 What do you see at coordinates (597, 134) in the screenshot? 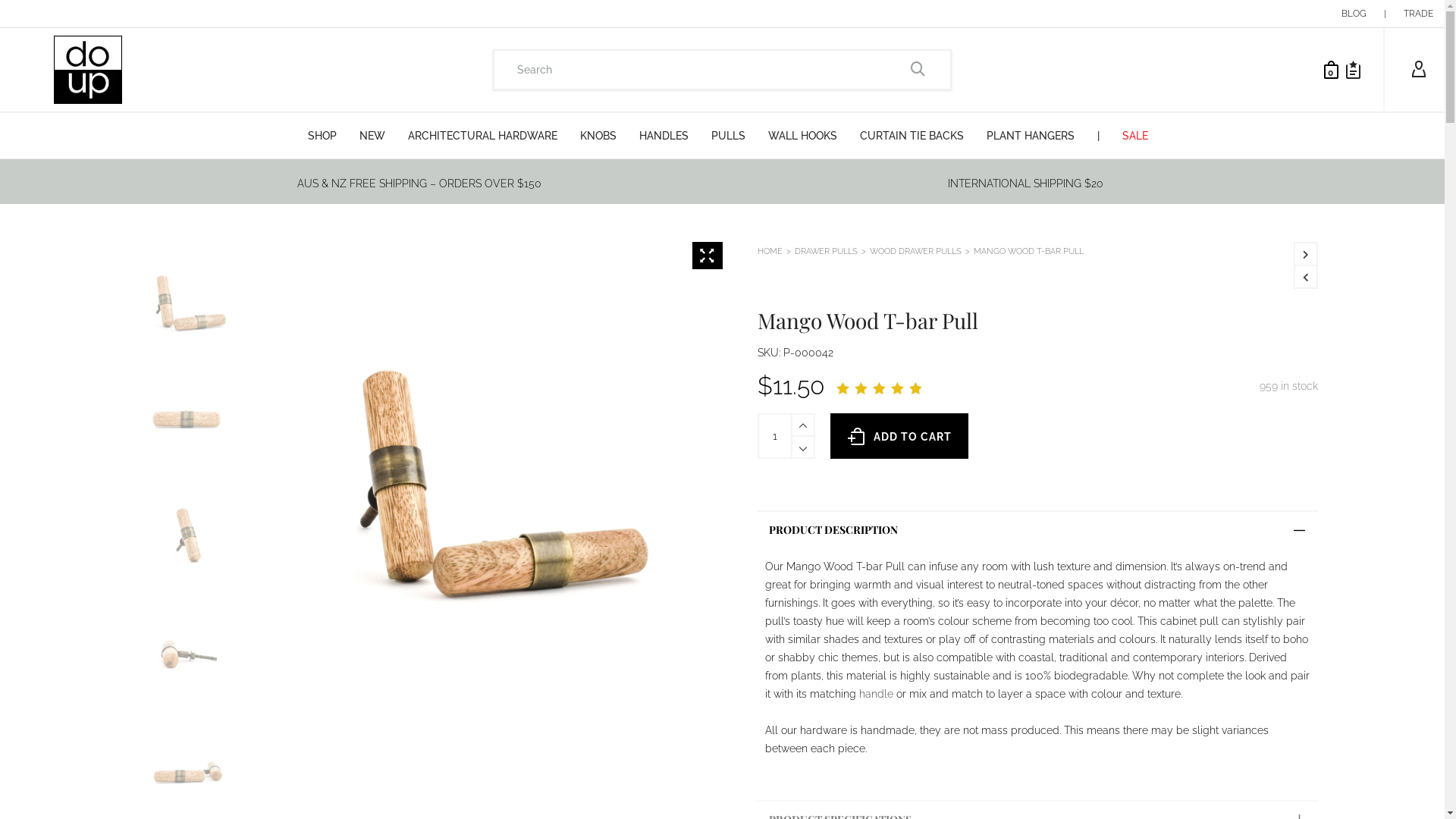
I see `'KNOBS'` at bounding box center [597, 134].